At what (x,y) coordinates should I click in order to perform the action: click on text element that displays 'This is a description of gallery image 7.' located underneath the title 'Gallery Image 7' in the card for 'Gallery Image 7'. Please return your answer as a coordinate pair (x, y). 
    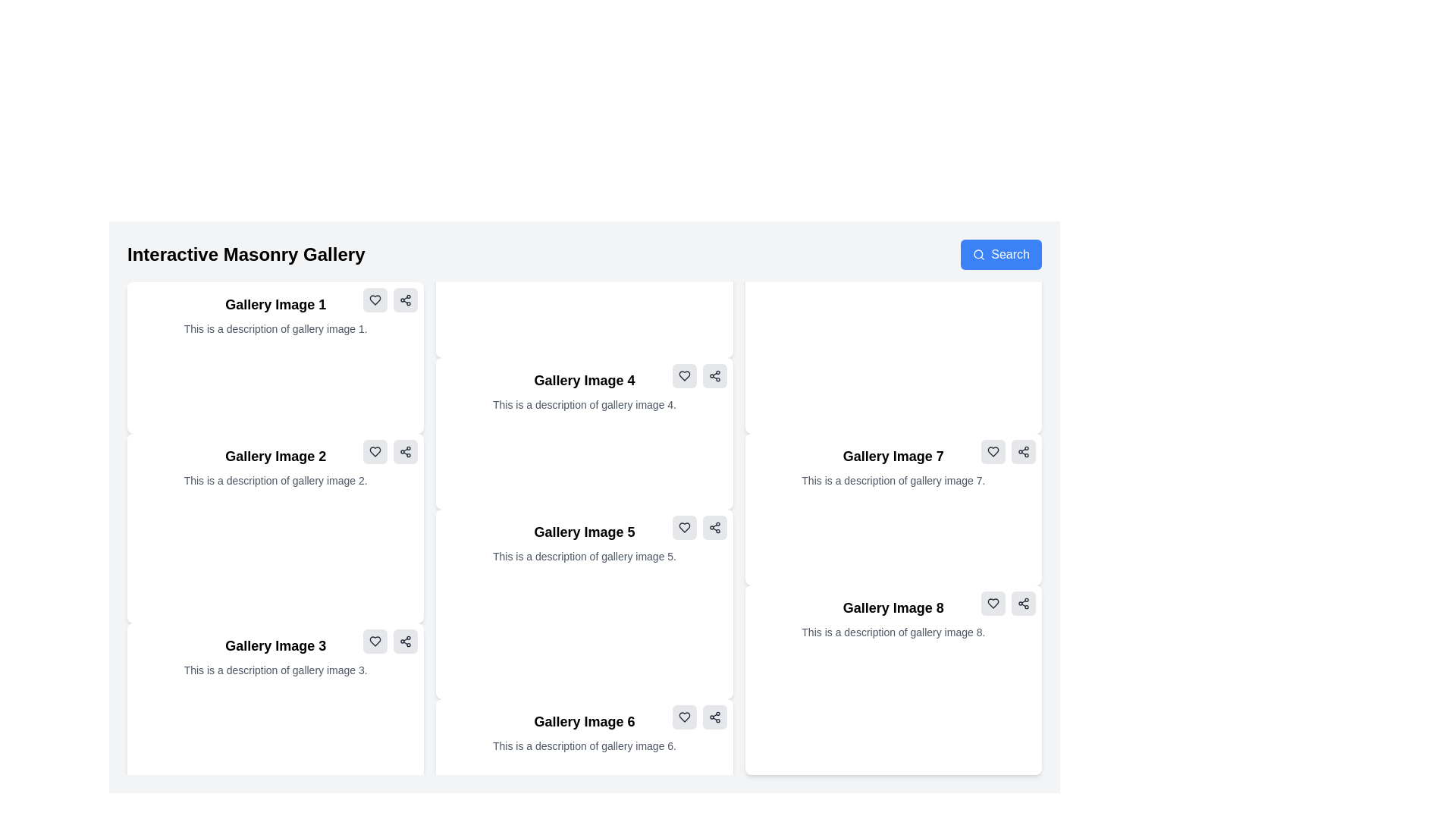
    Looking at the image, I should click on (893, 480).